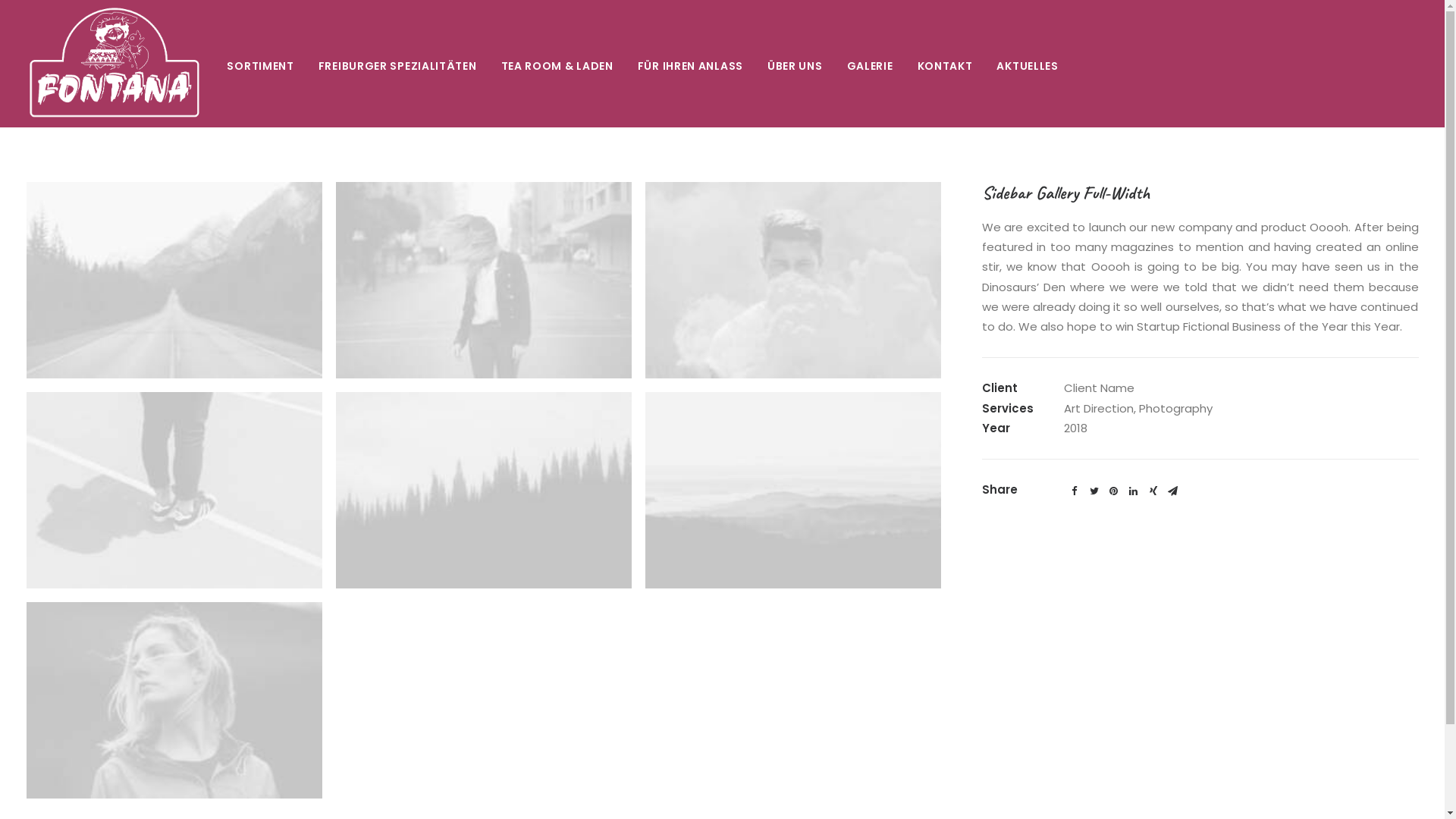 The image size is (1456, 819). Describe the element at coordinates (870, 63) in the screenshot. I see `'GALERIE'` at that location.